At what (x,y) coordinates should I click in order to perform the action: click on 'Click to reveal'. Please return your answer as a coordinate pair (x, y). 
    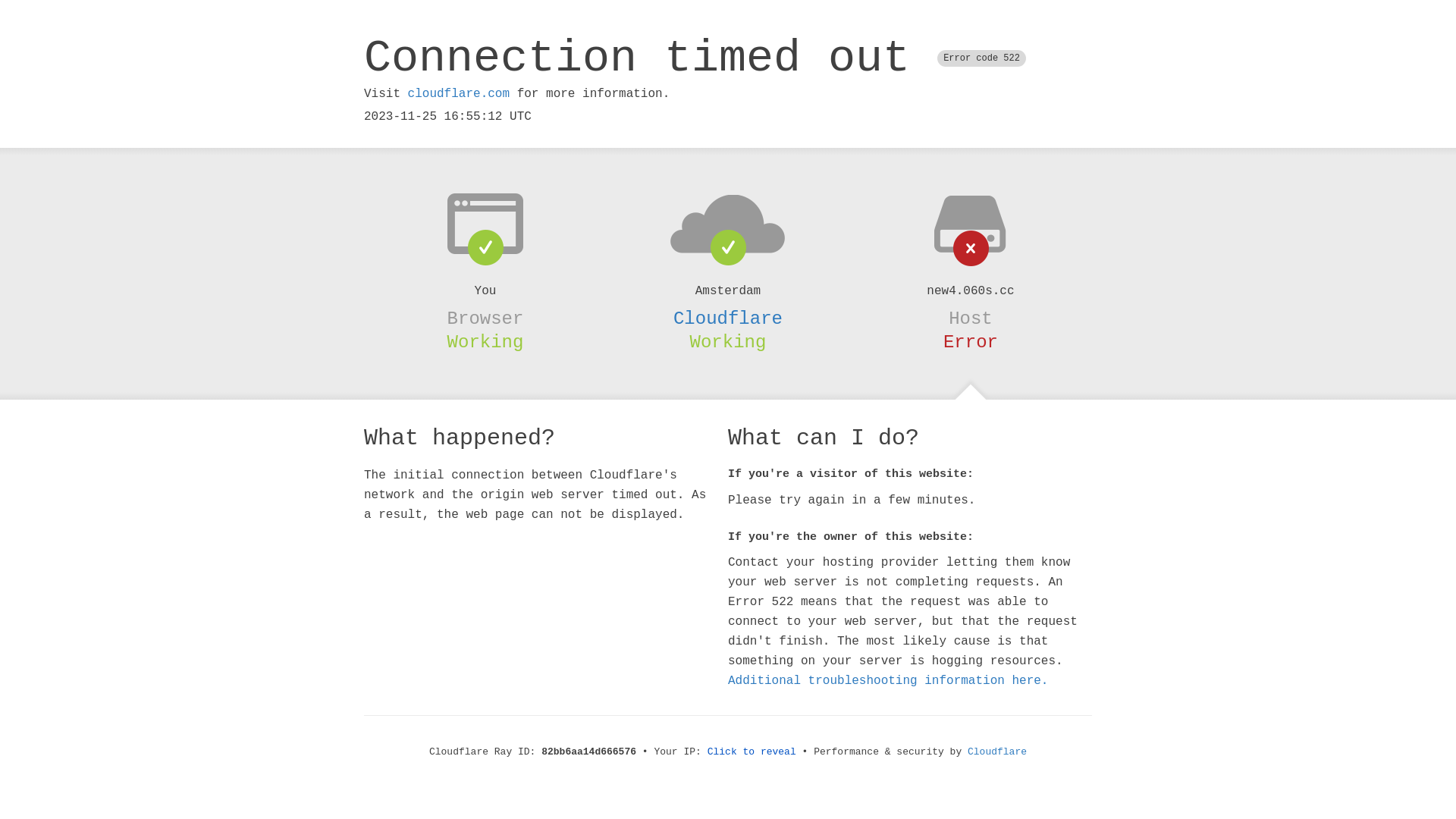
    Looking at the image, I should click on (752, 752).